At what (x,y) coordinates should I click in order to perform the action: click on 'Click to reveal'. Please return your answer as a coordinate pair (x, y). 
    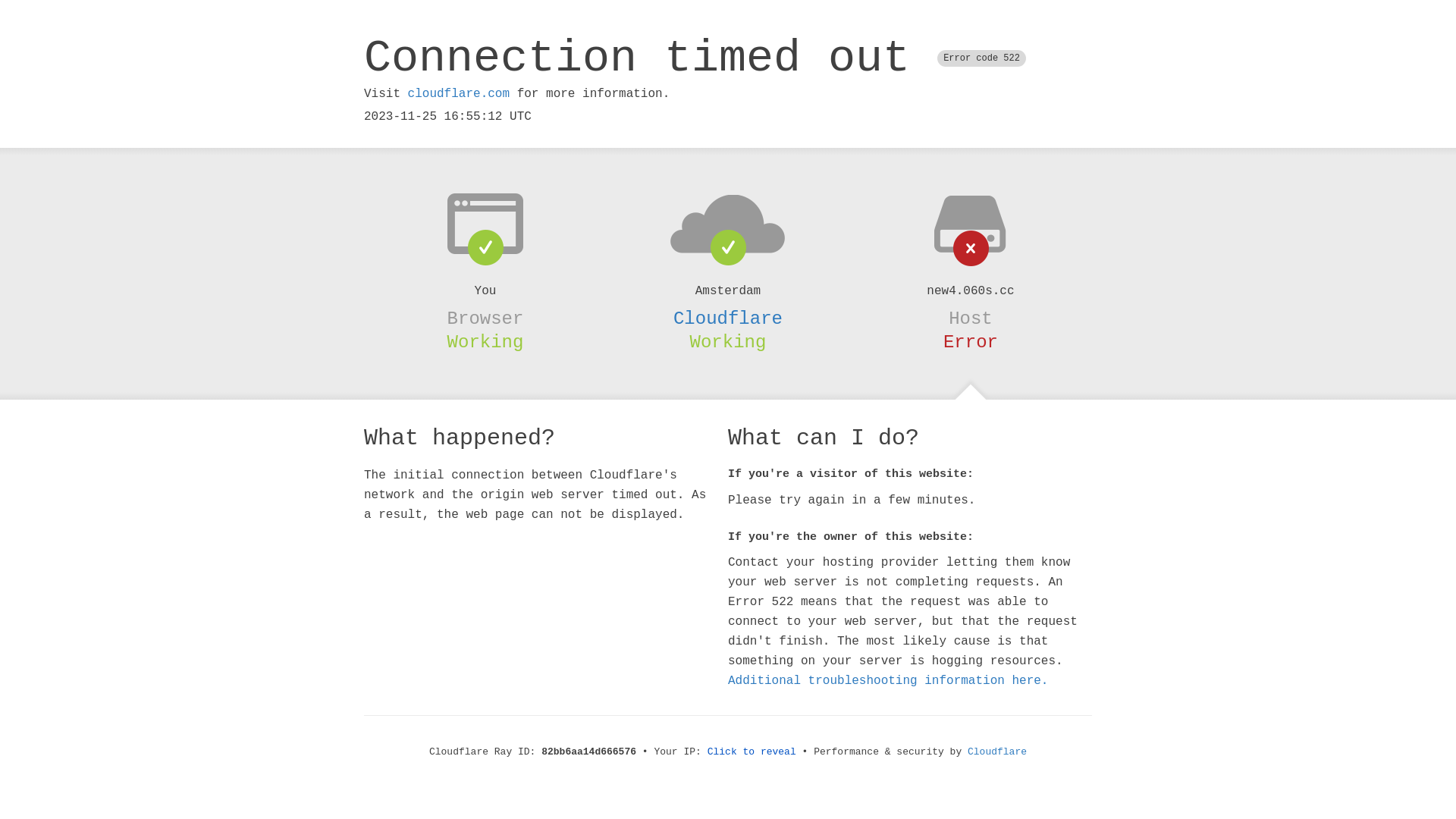
    Looking at the image, I should click on (752, 752).